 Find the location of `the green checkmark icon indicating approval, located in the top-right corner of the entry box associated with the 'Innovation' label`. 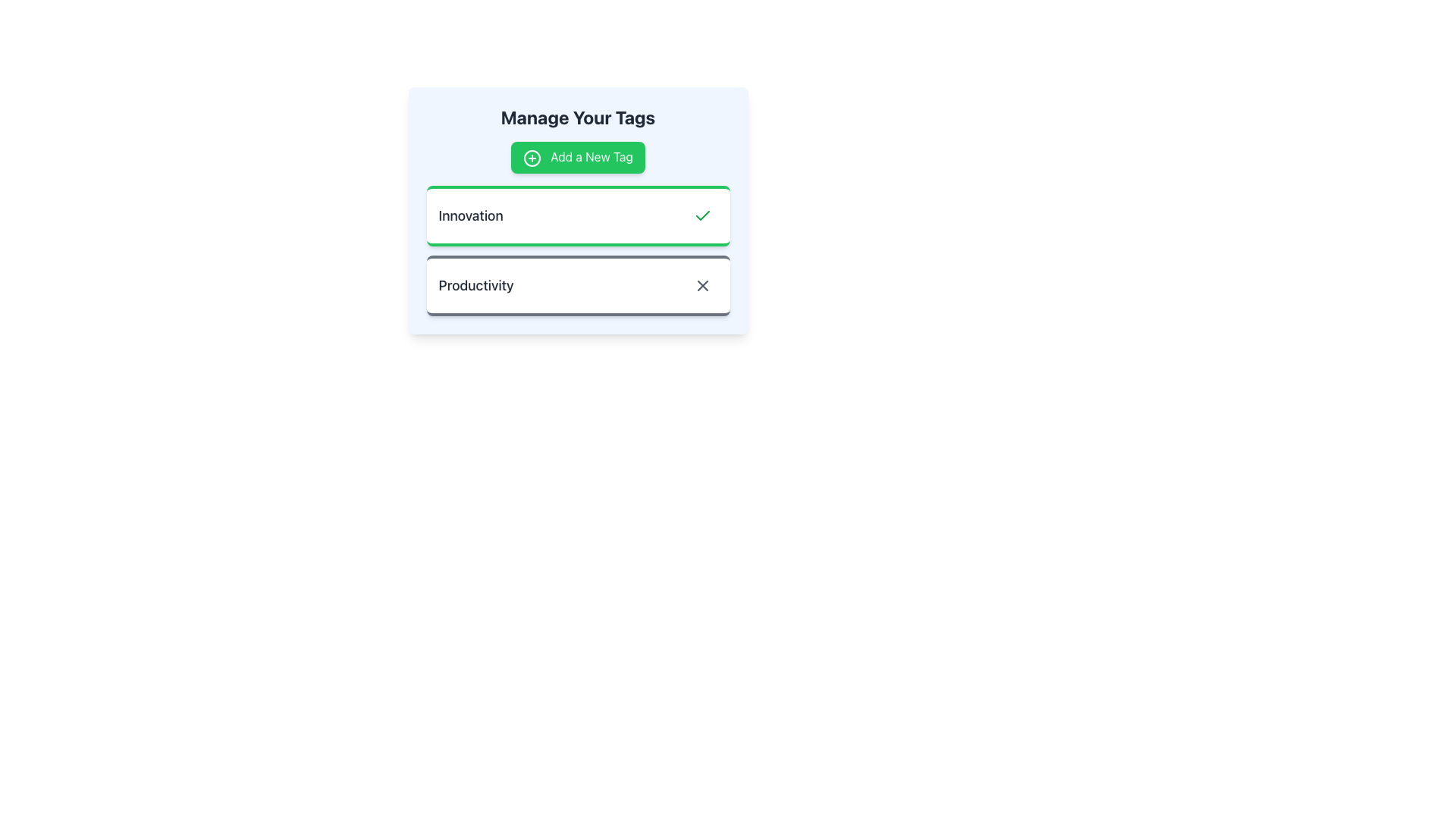

the green checkmark icon indicating approval, located in the top-right corner of the entry box associated with the 'Innovation' label is located at coordinates (701, 215).